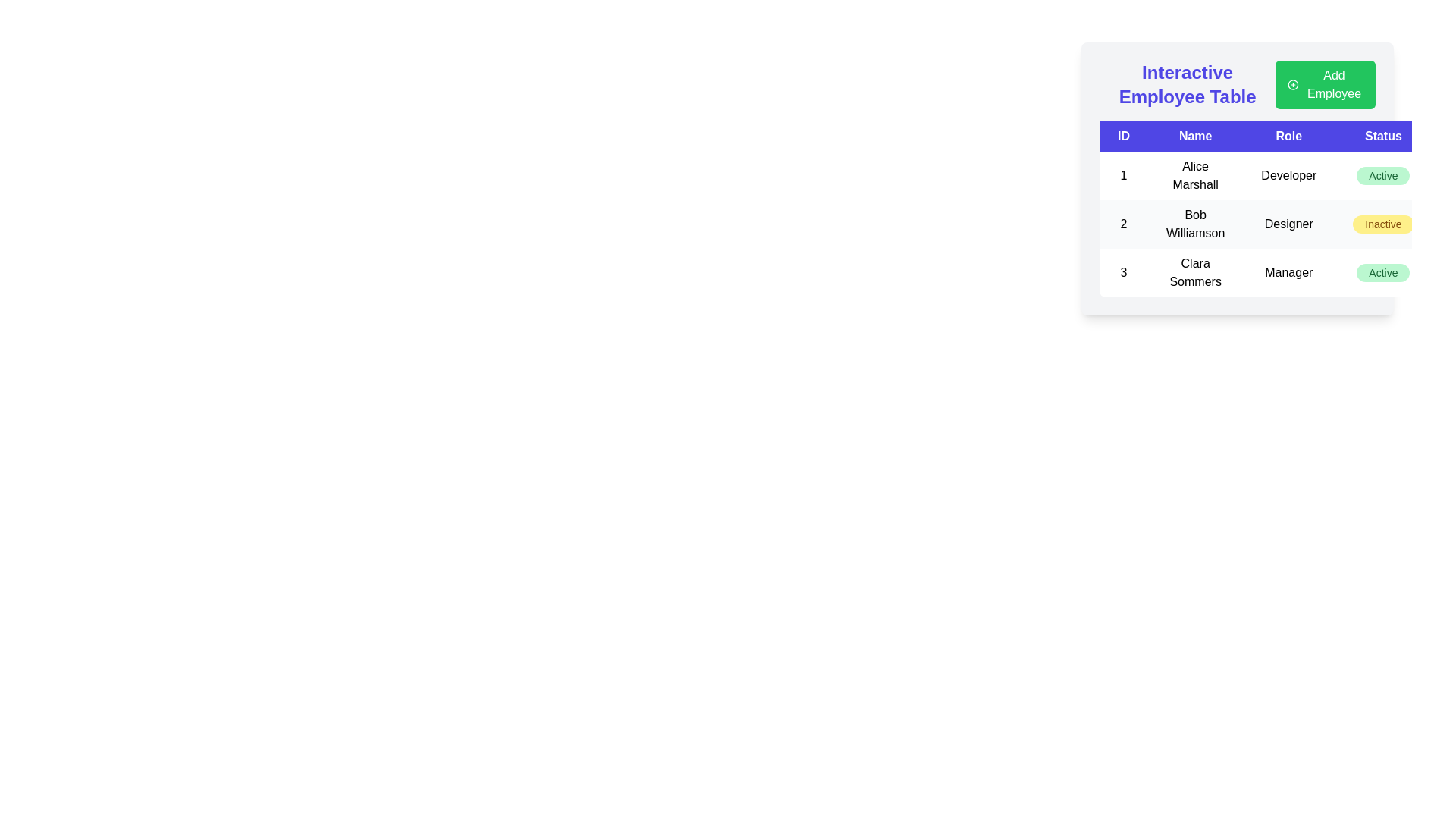 This screenshot has width=1456, height=819. I want to click on the 'Add Employee' icon located at the top-right corner of the interface, positioned to the left of the 'Add Employee' text on the green button, so click(1292, 84).